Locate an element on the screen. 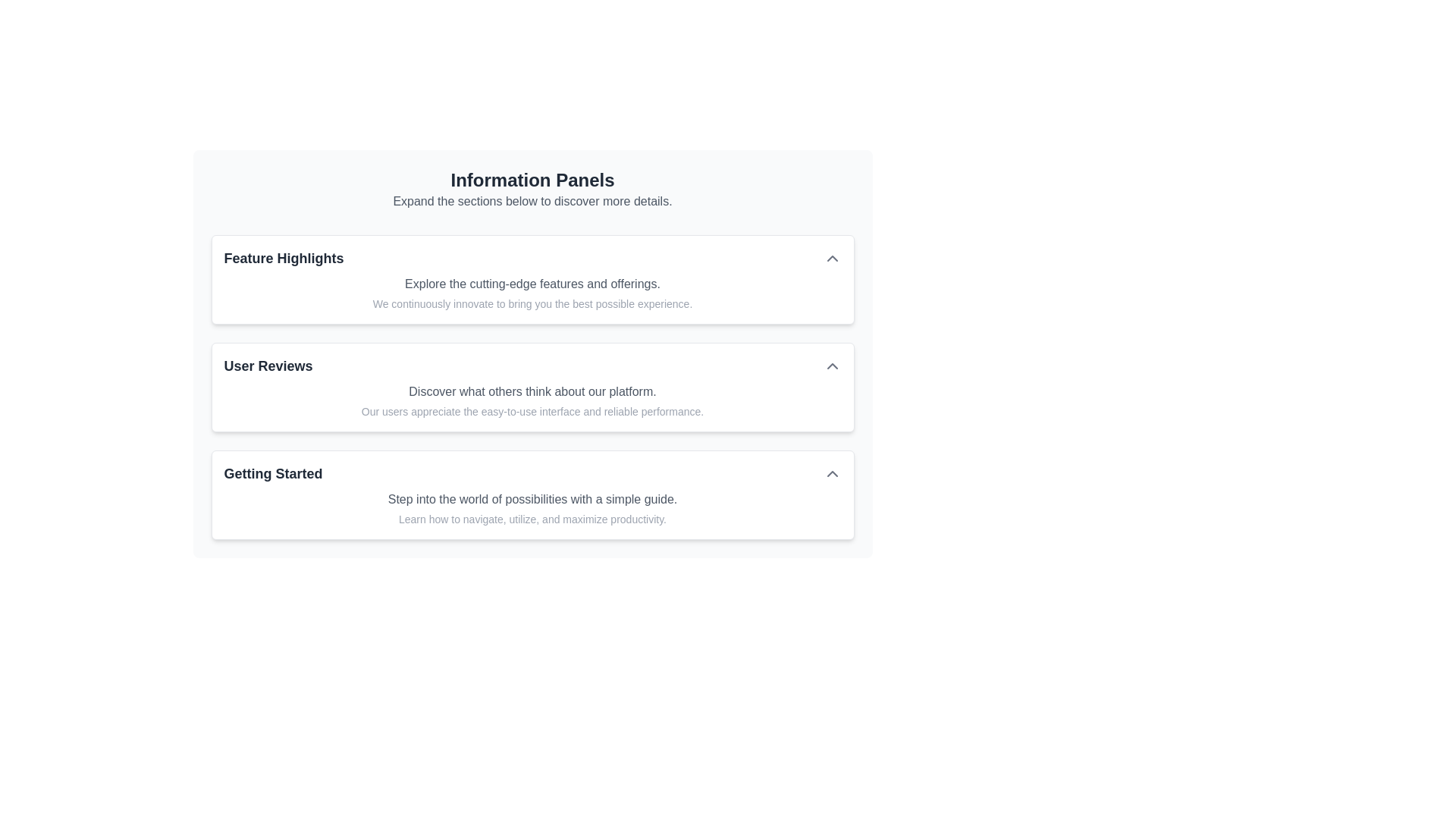 The image size is (1456, 819). the text element styled with a smaller gray font reading 'Learn how to navigate, utilize, and maximize productivity.' located in the 'Getting Started' panel is located at coordinates (532, 519).